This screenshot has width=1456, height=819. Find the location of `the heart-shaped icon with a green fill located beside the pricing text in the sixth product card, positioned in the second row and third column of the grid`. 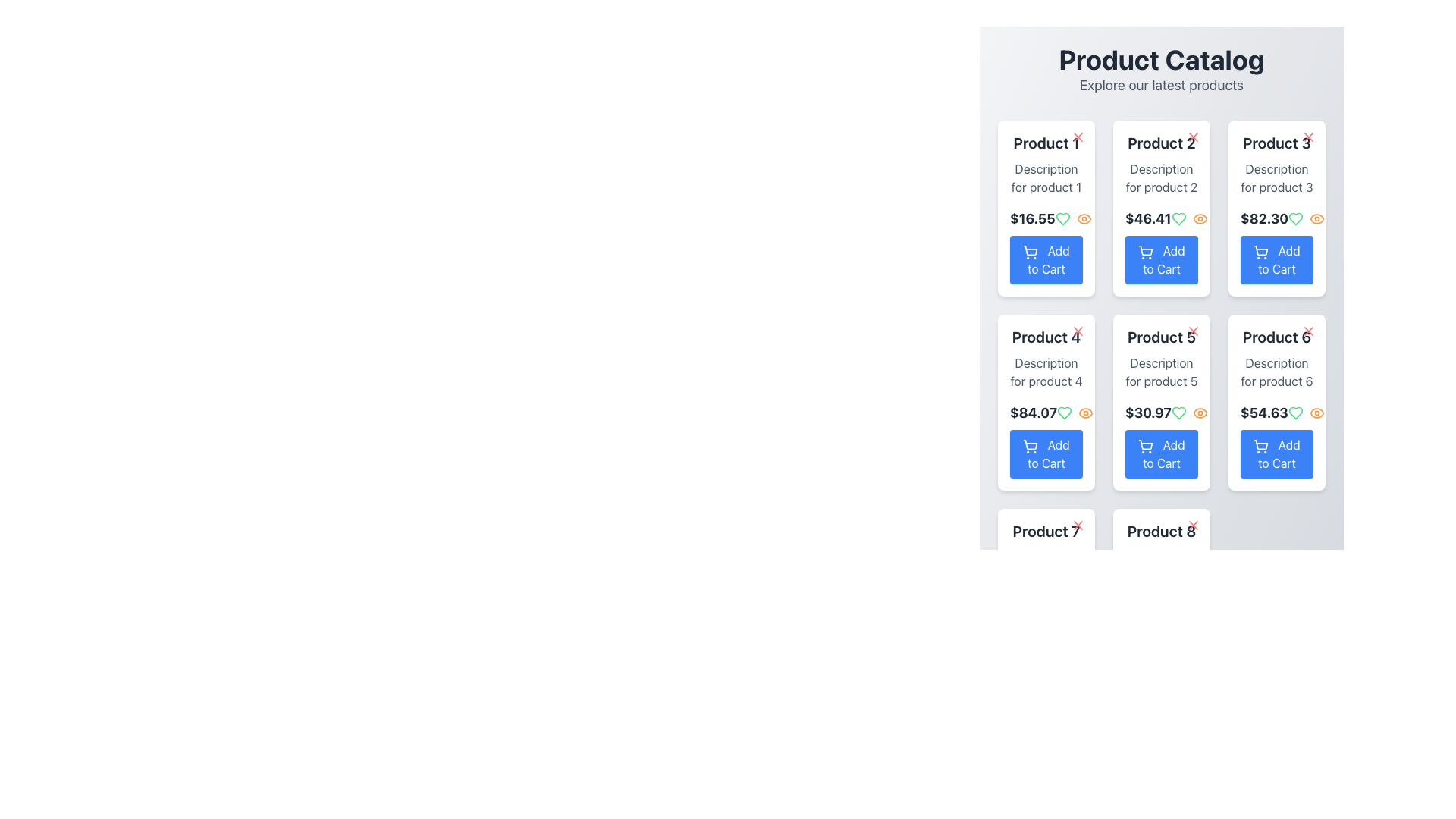

the heart-shaped icon with a green fill located beside the pricing text in the sixth product card, positioned in the second row and third column of the grid is located at coordinates (1294, 413).